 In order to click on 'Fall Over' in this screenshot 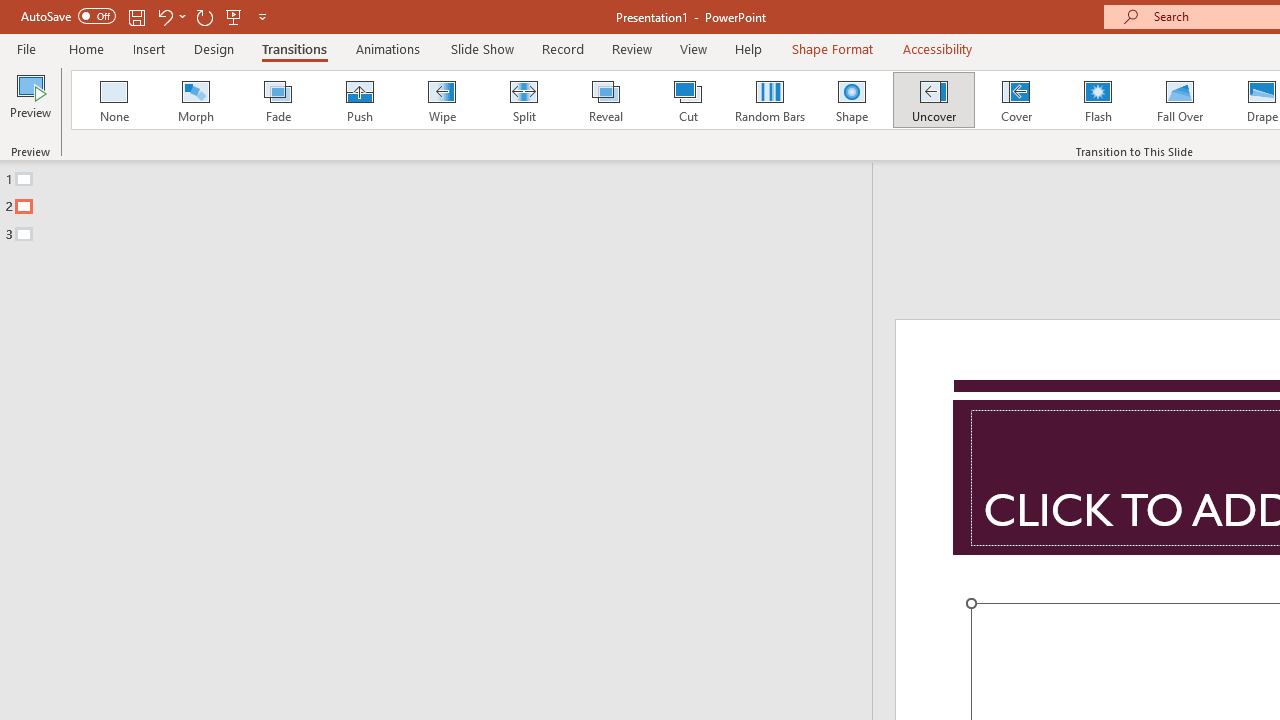, I will do `click(1180, 100)`.